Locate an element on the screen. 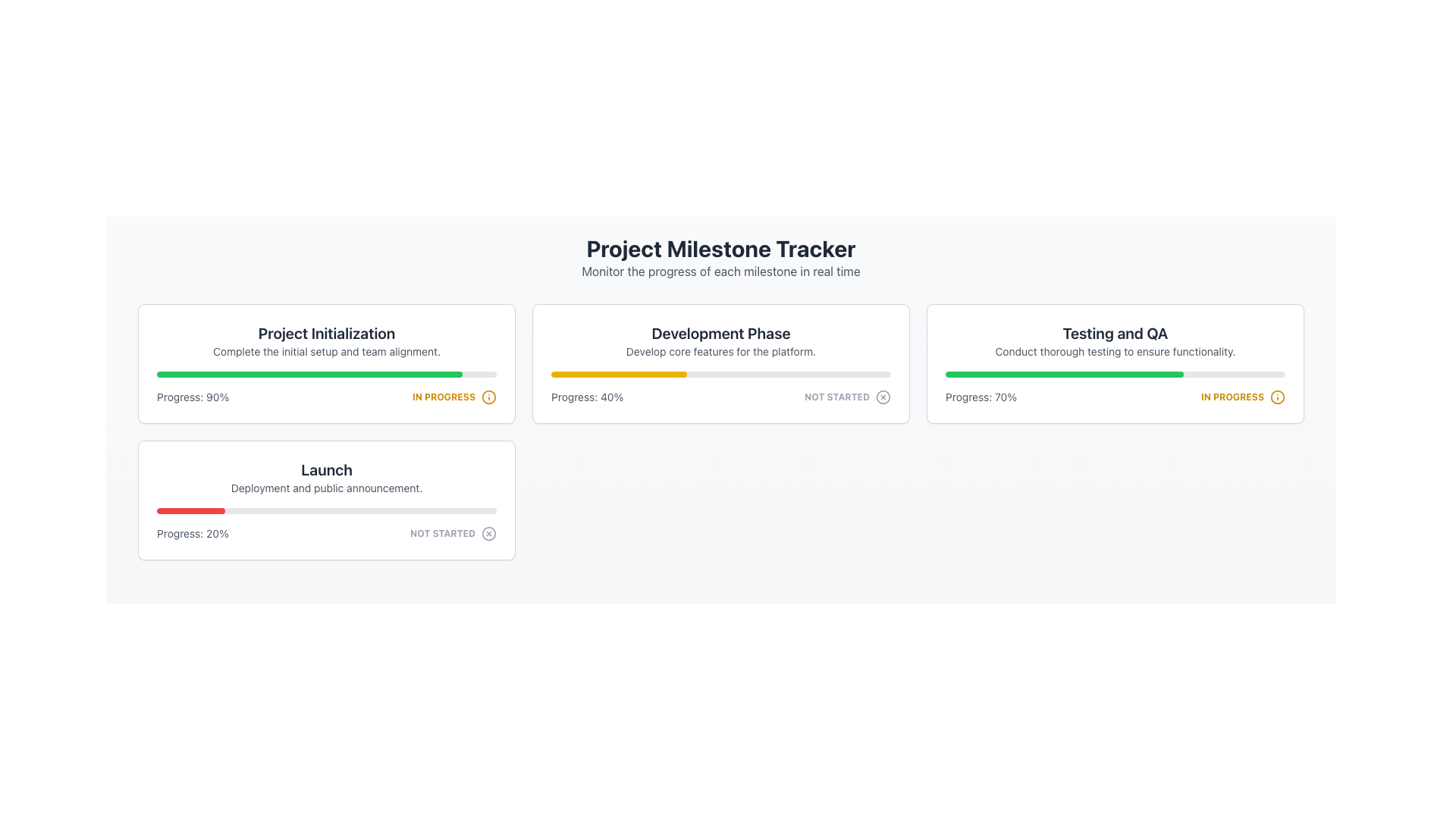 The width and height of the screenshot is (1456, 819). text from the header that says 'Project Milestone Tracker', which is a bold, large, dark gray text centered at the top of the content section is located at coordinates (720, 247).